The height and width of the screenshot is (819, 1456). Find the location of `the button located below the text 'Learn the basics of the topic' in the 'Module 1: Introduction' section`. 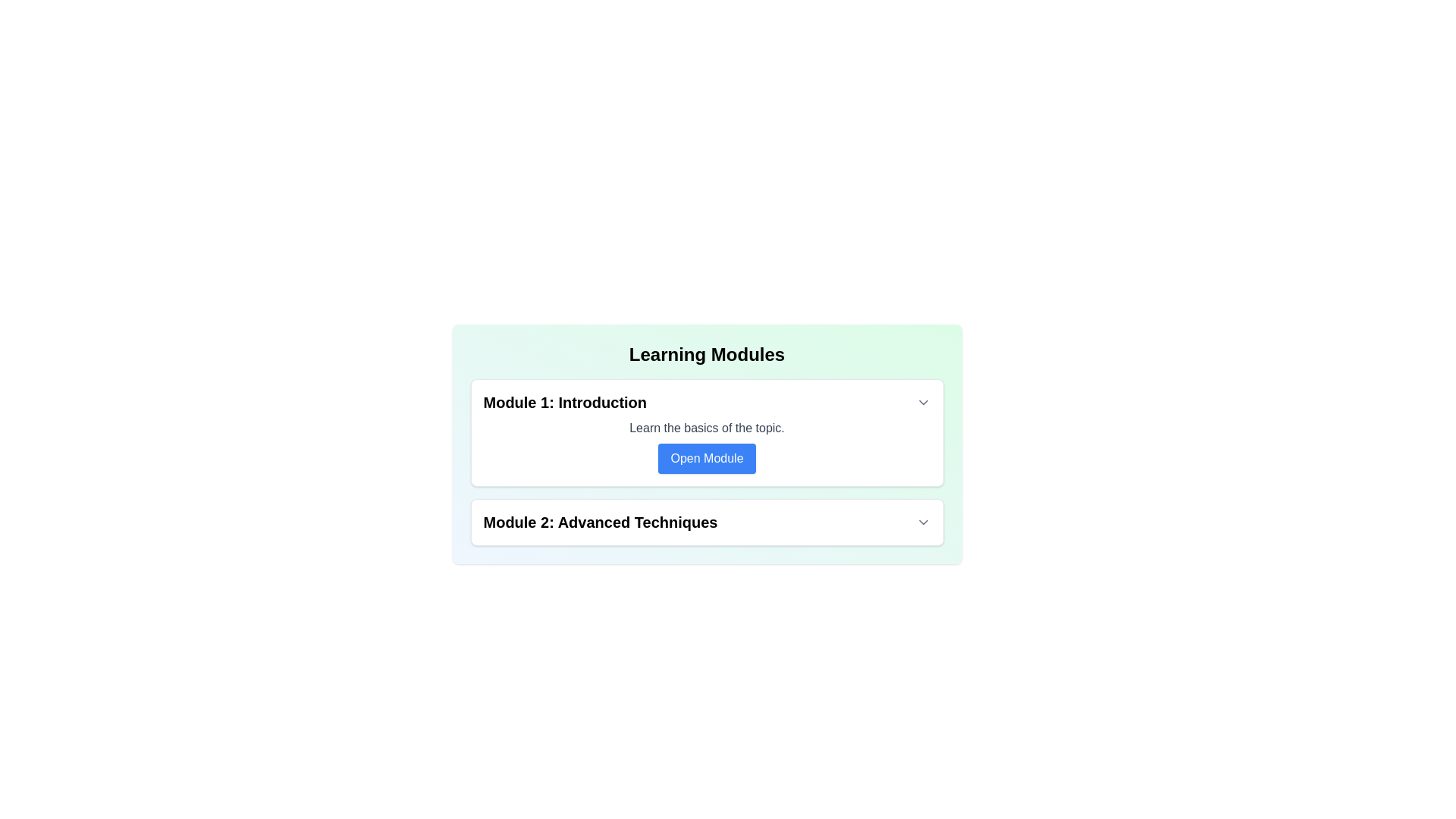

the button located below the text 'Learn the basics of the topic' in the 'Module 1: Introduction' section is located at coordinates (706, 458).